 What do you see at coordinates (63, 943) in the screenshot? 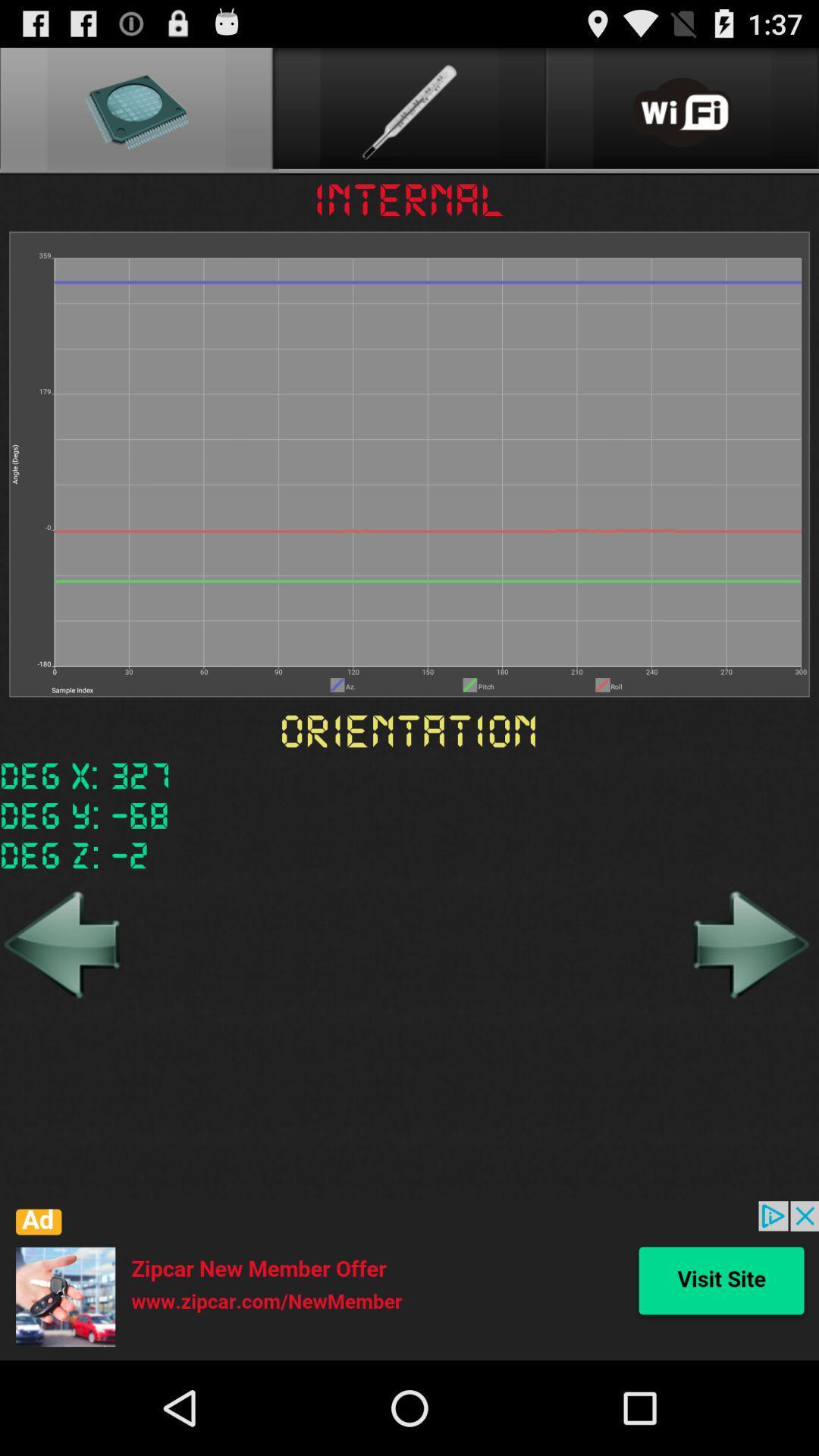
I see `left arrow option` at bounding box center [63, 943].